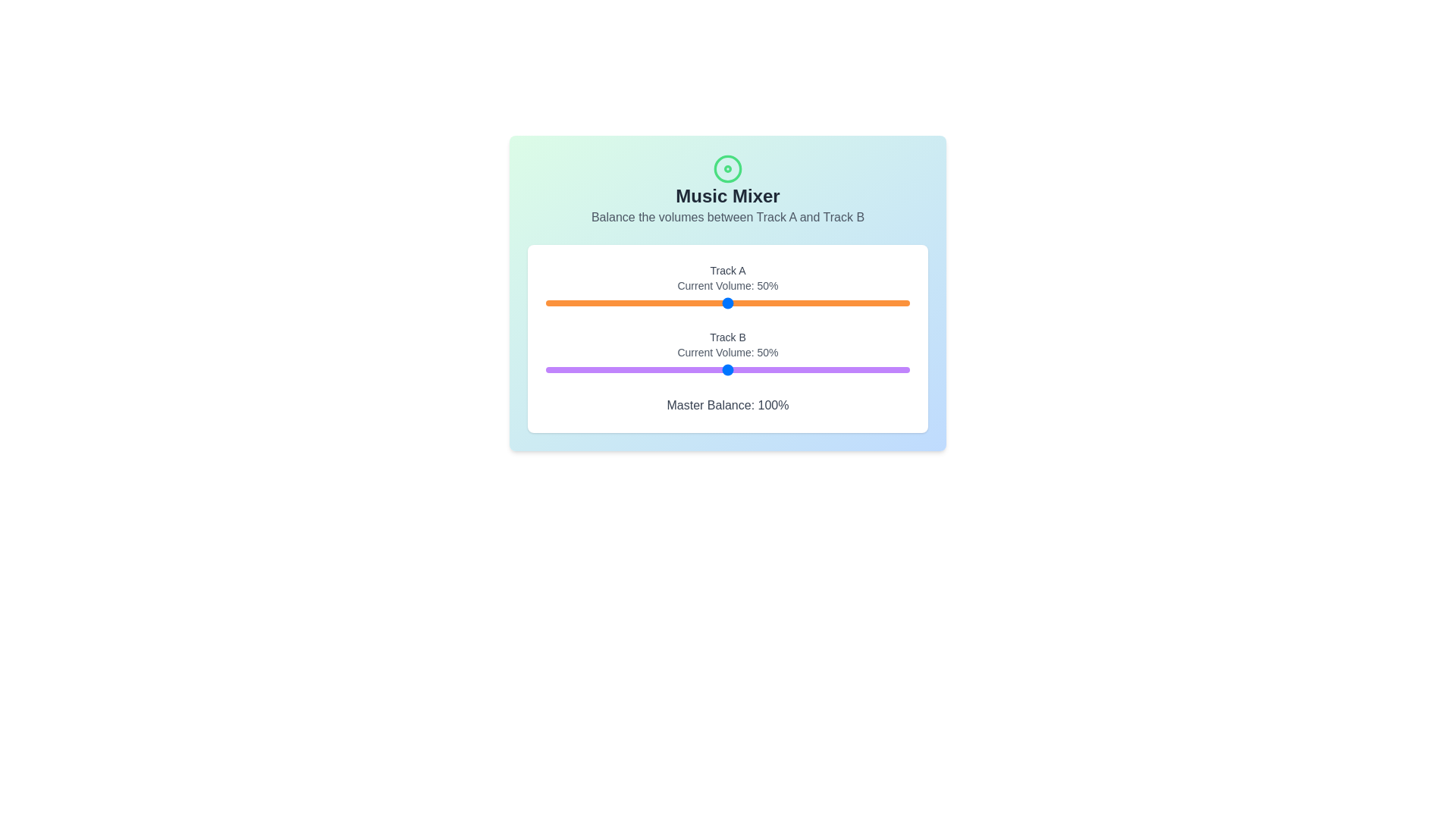 The image size is (1456, 819). What do you see at coordinates (739, 303) in the screenshot?
I see `the volume for Track A to 53% by interacting with the slider` at bounding box center [739, 303].